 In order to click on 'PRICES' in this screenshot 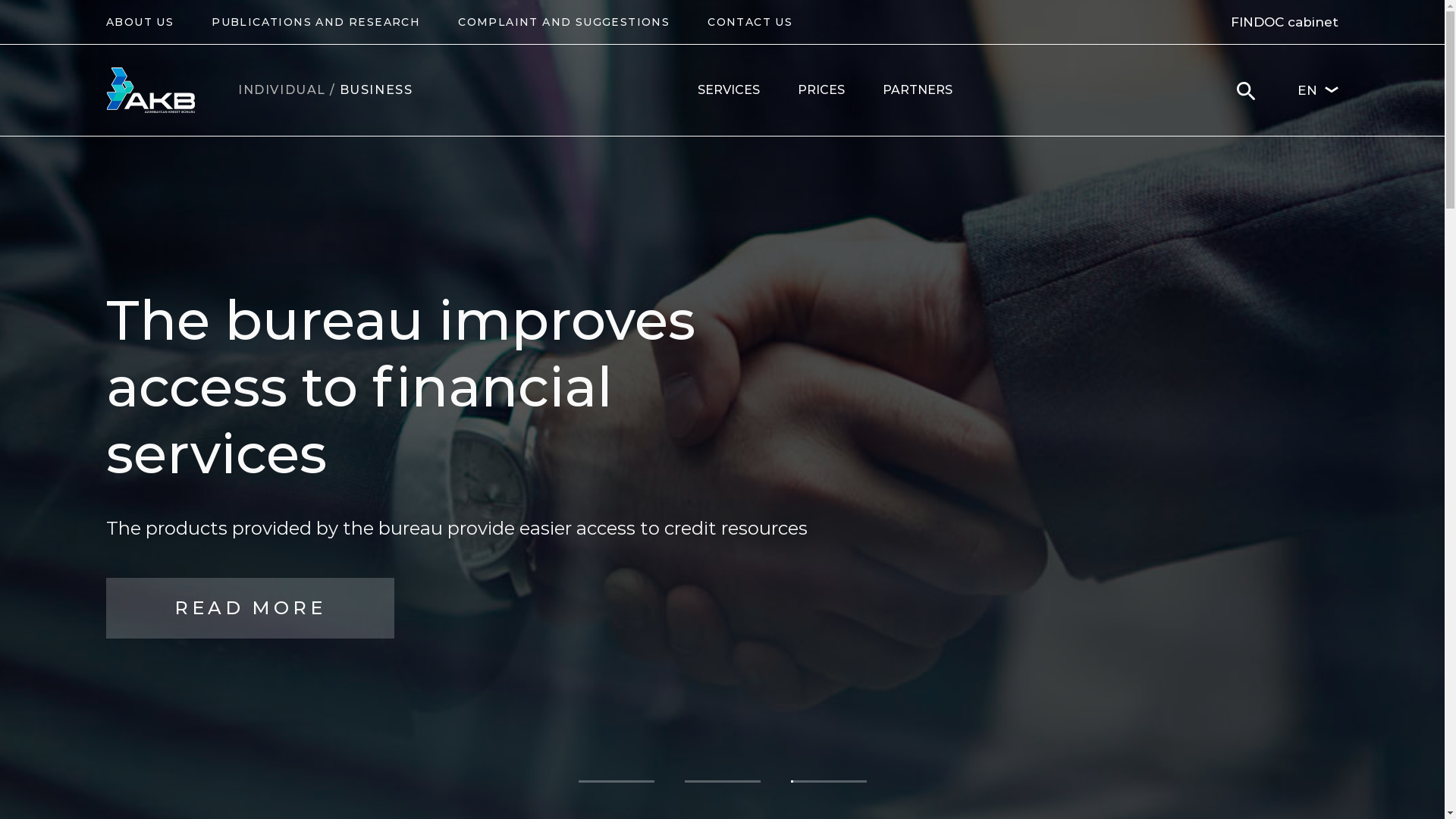, I will do `click(821, 90)`.